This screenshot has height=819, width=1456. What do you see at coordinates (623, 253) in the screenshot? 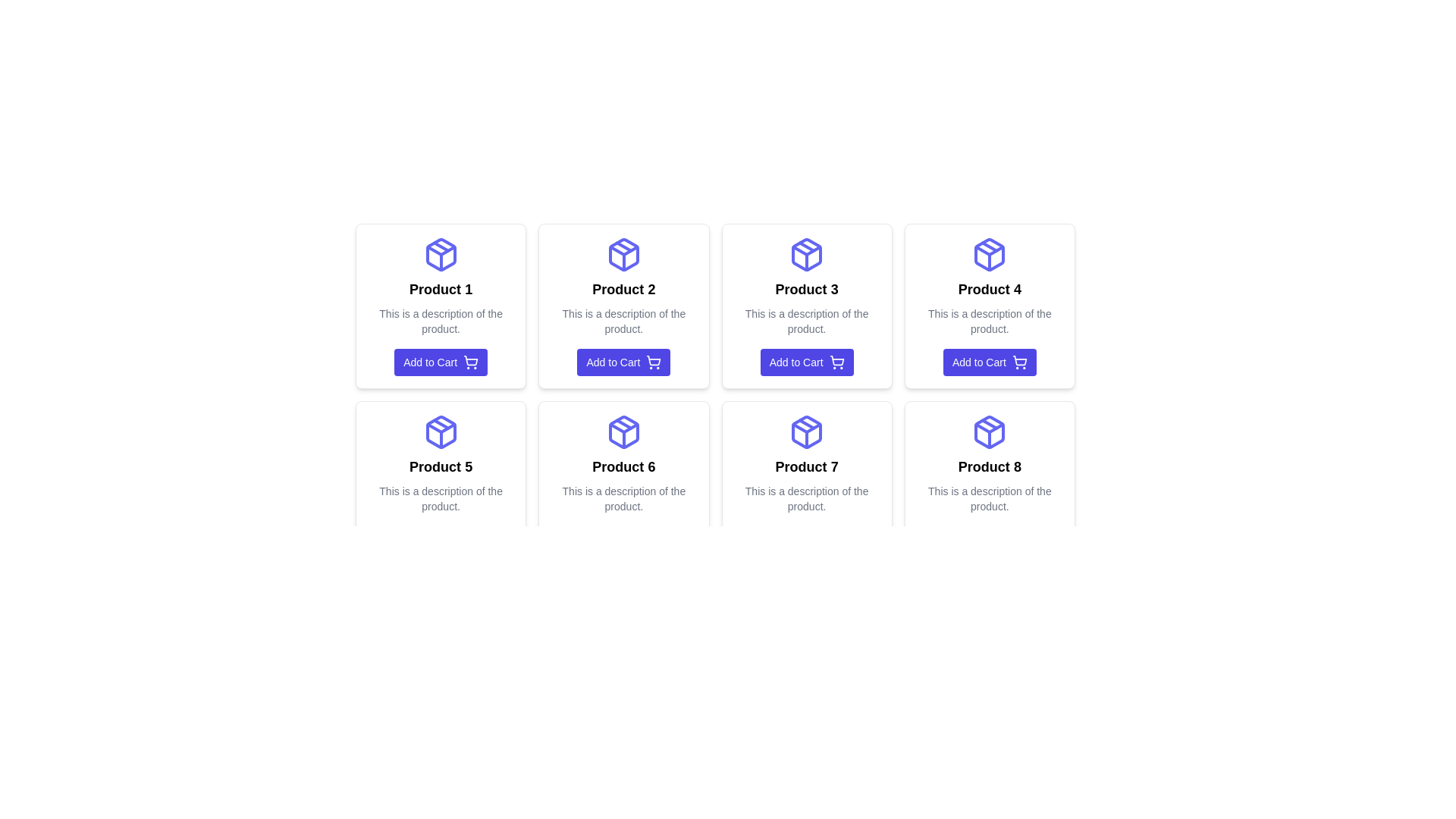
I see `the product icon representing 'Product 2', located in the second product card of the first row, above the title text 'Product 2'` at bounding box center [623, 253].